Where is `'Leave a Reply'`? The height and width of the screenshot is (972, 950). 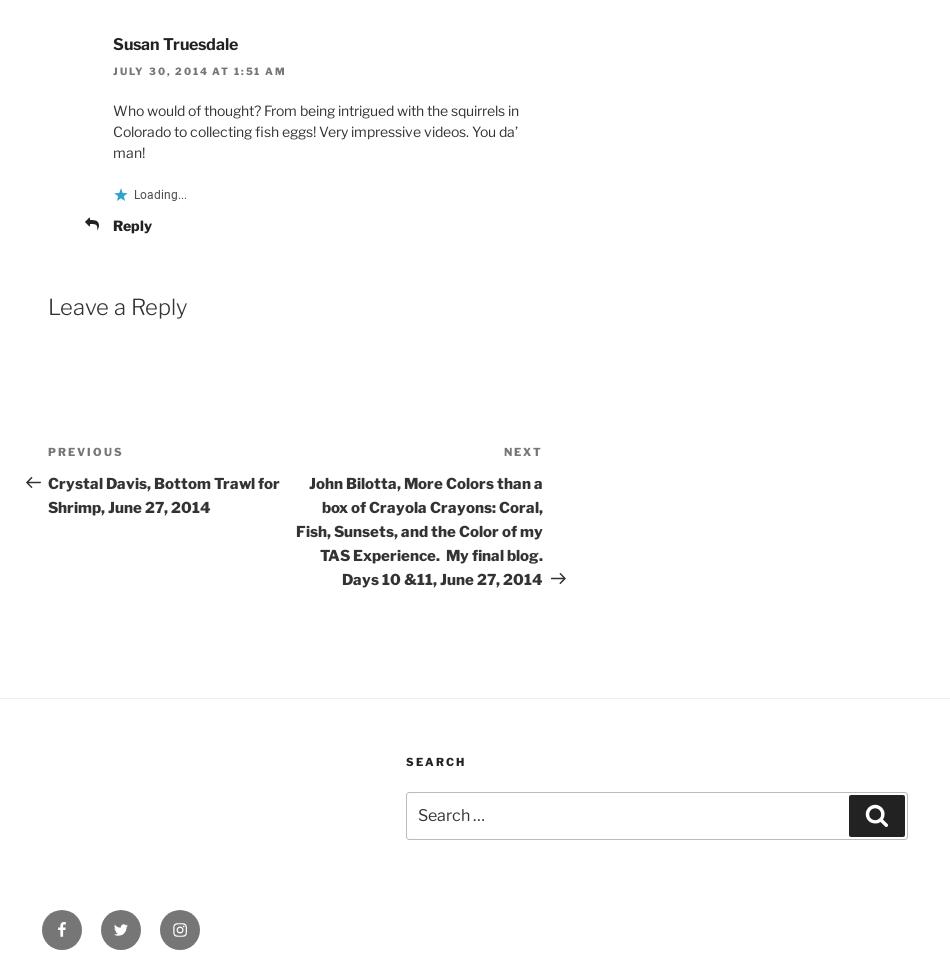 'Leave a Reply' is located at coordinates (117, 304).